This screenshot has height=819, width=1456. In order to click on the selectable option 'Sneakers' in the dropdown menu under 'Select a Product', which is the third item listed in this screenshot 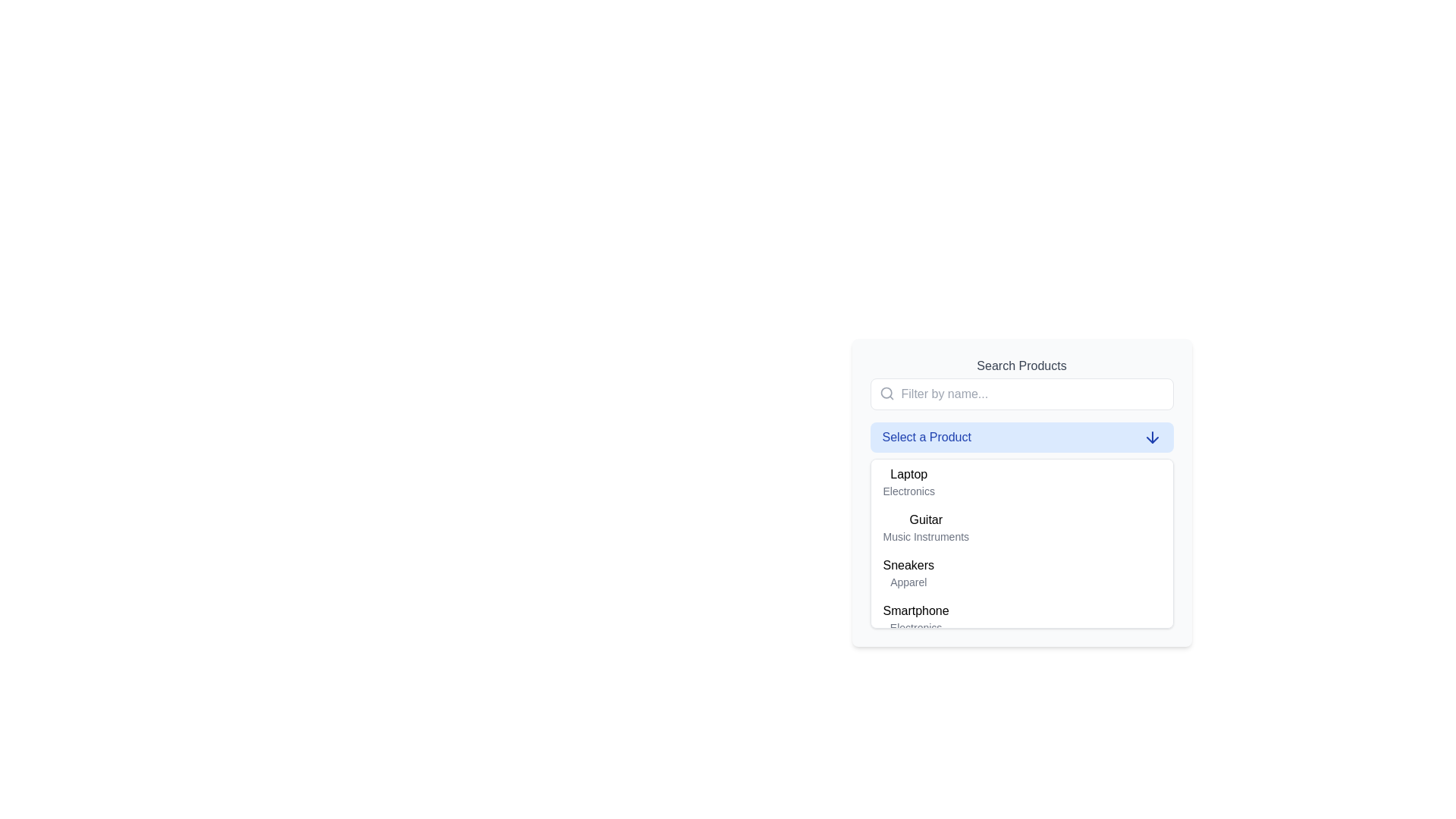, I will do `click(908, 565)`.